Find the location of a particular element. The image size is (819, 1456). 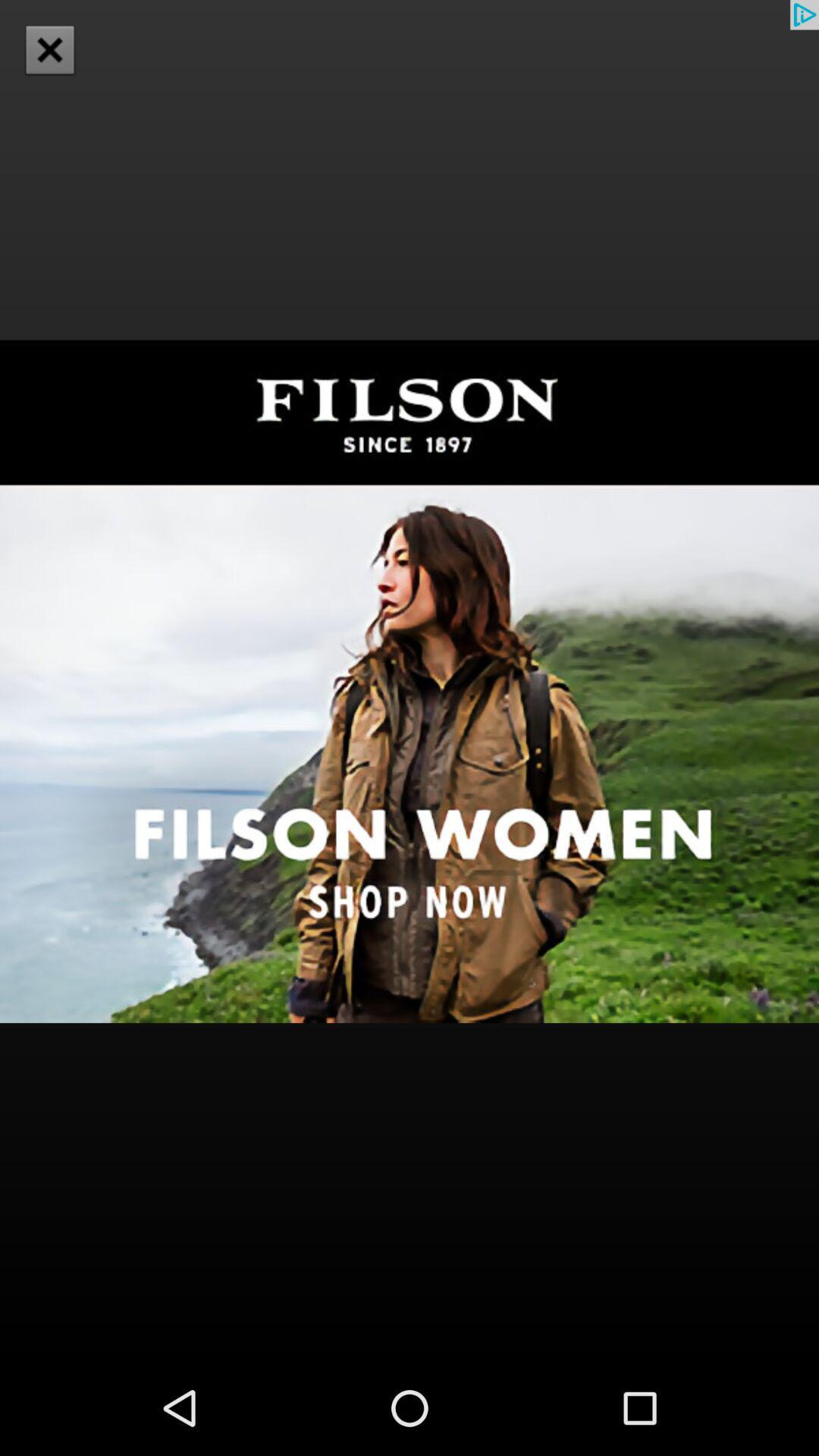

the close icon is located at coordinates (49, 53).